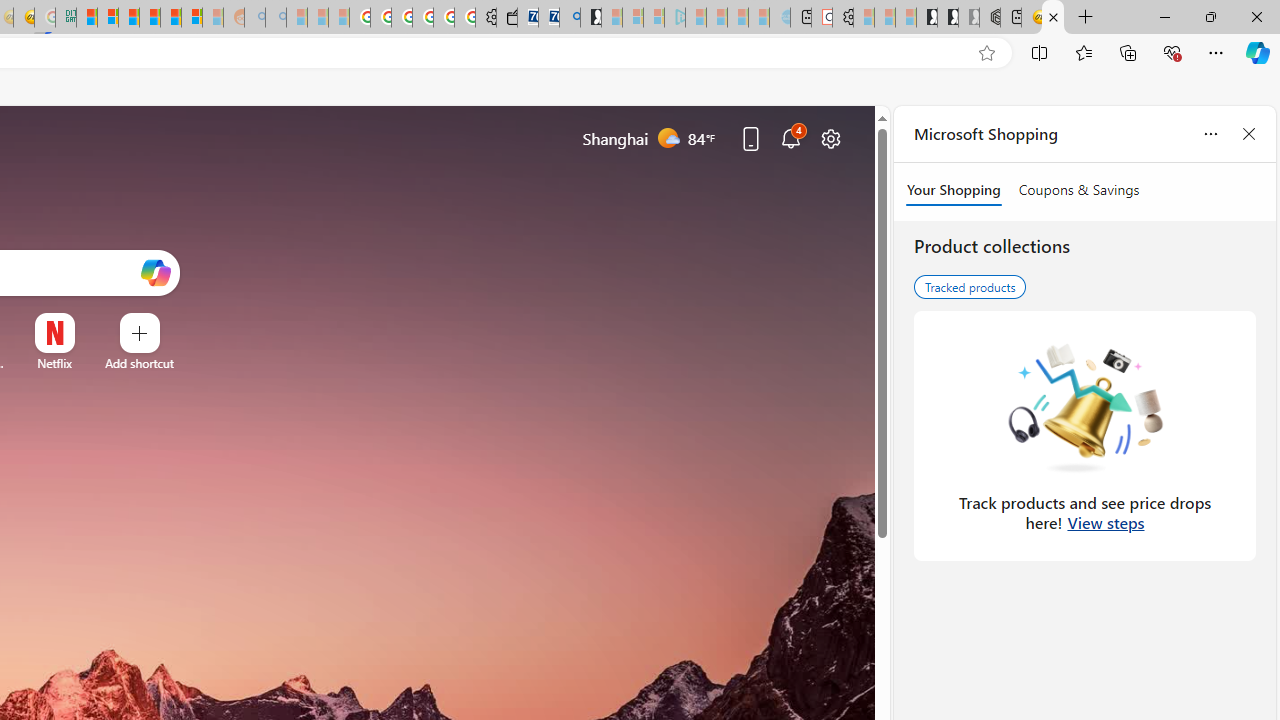 This screenshot has height=720, width=1280. Describe the element at coordinates (790, 137) in the screenshot. I see `'Notifications'` at that location.